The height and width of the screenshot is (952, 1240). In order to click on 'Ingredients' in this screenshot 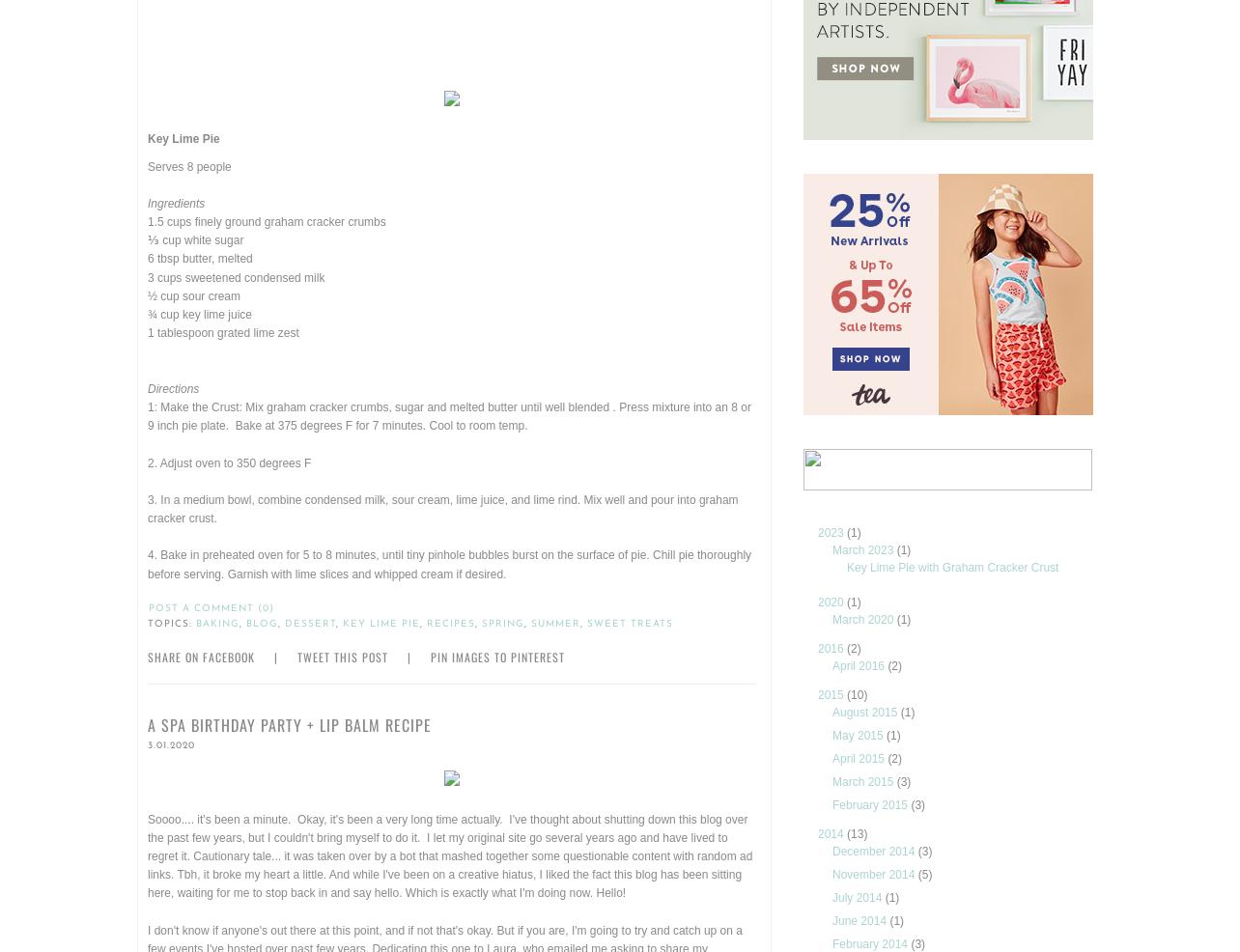, I will do `click(175, 202)`.